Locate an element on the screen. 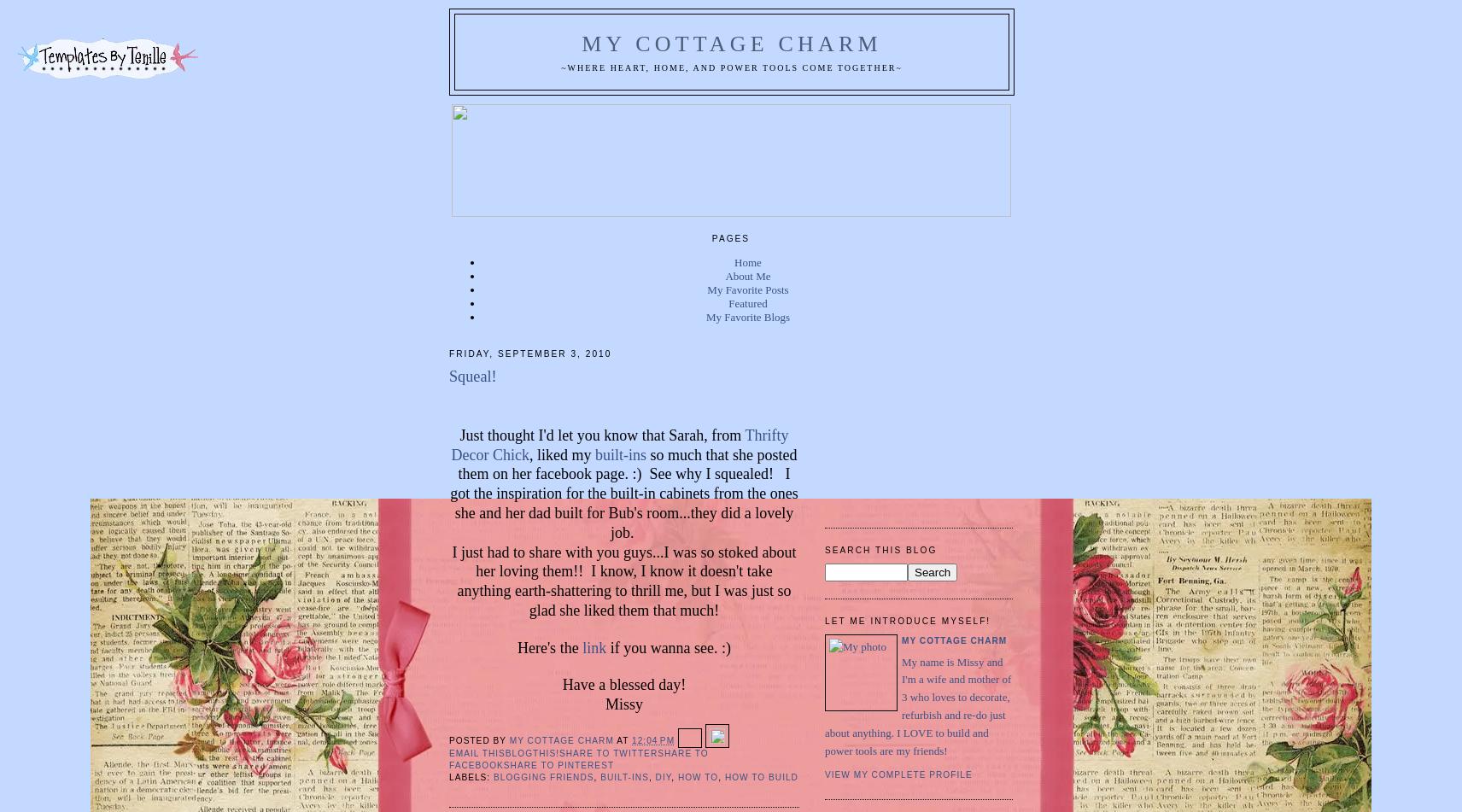 This screenshot has height=812, width=1462. 'Have a blessed day!' is located at coordinates (623, 683).